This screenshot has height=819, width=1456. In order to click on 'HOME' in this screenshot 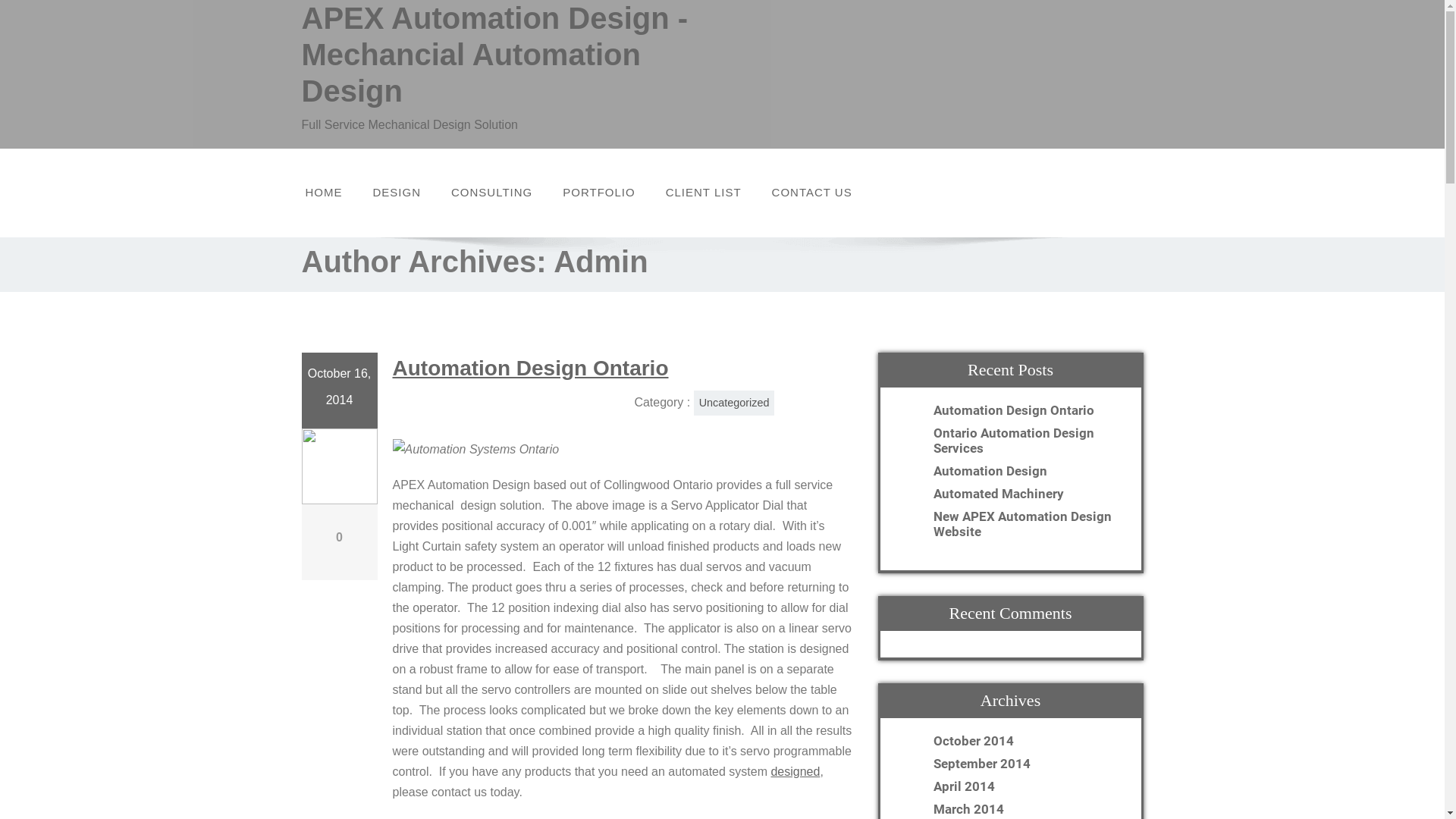, I will do `click(322, 192)`.